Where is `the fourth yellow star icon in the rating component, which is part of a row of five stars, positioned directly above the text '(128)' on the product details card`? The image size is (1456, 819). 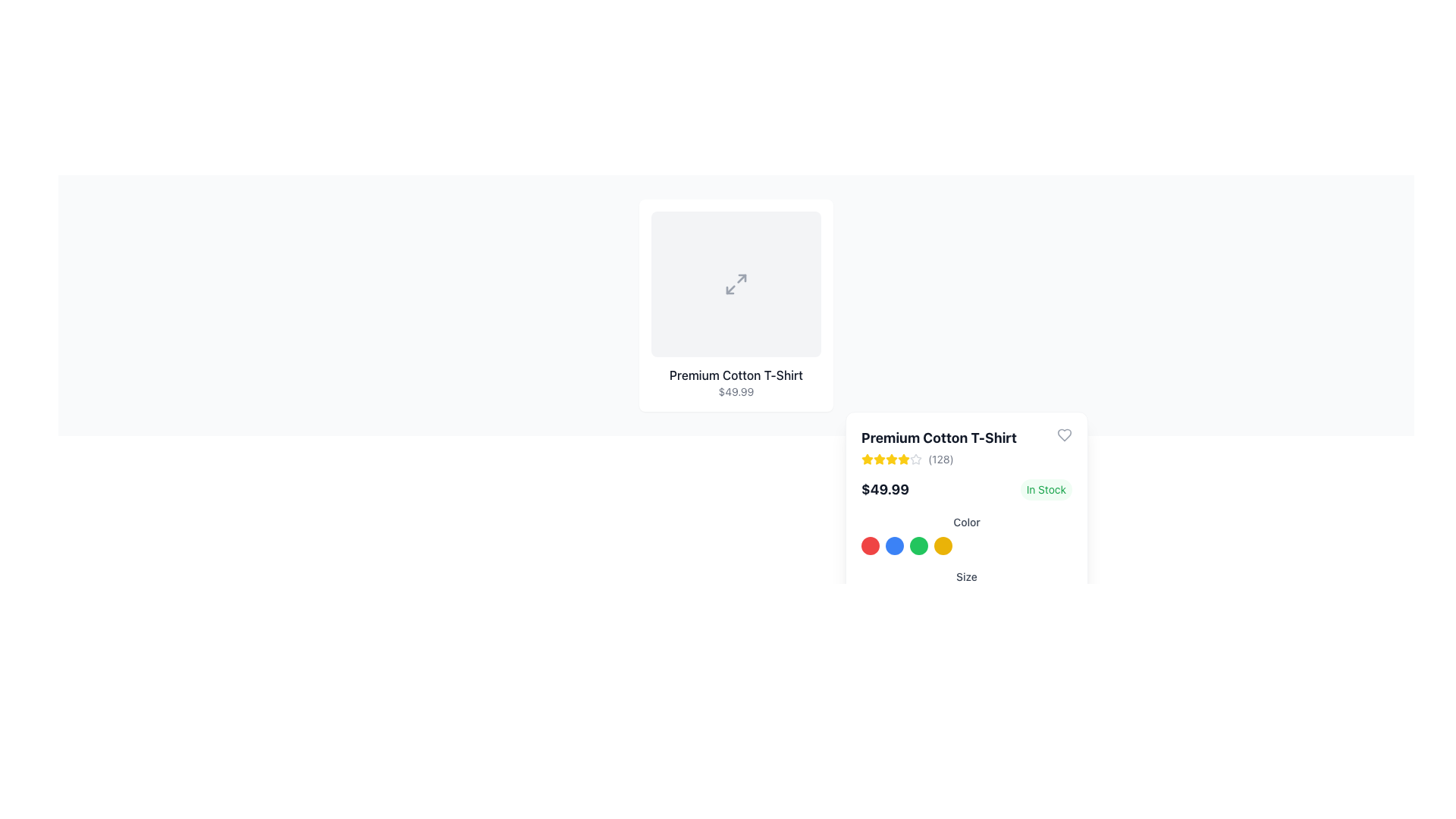 the fourth yellow star icon in the rating component, which is part of a row of five stars, positioned directly above the text '(128)' on the product details card is located at coordinates (892, 458).